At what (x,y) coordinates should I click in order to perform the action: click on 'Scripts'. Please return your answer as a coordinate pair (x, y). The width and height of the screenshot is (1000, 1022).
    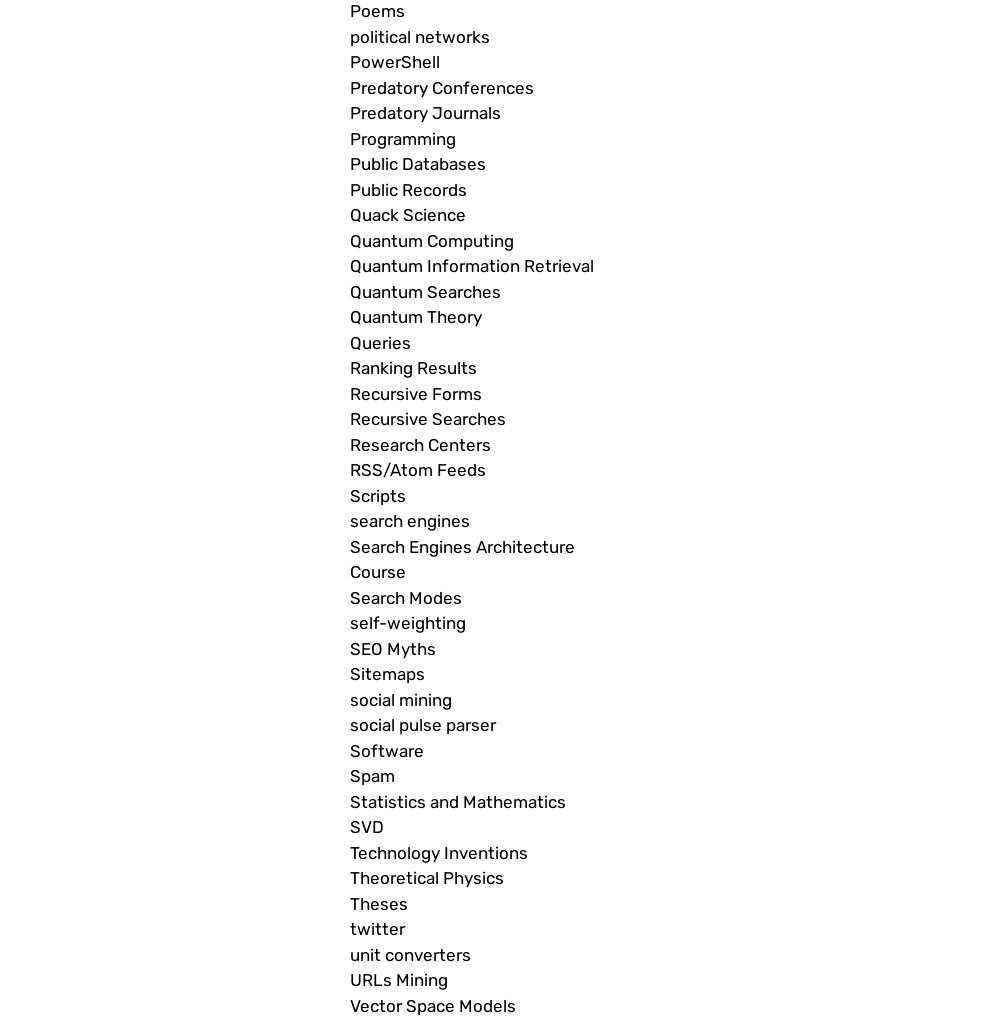
    Looking at the image, I should click on (378, 494).